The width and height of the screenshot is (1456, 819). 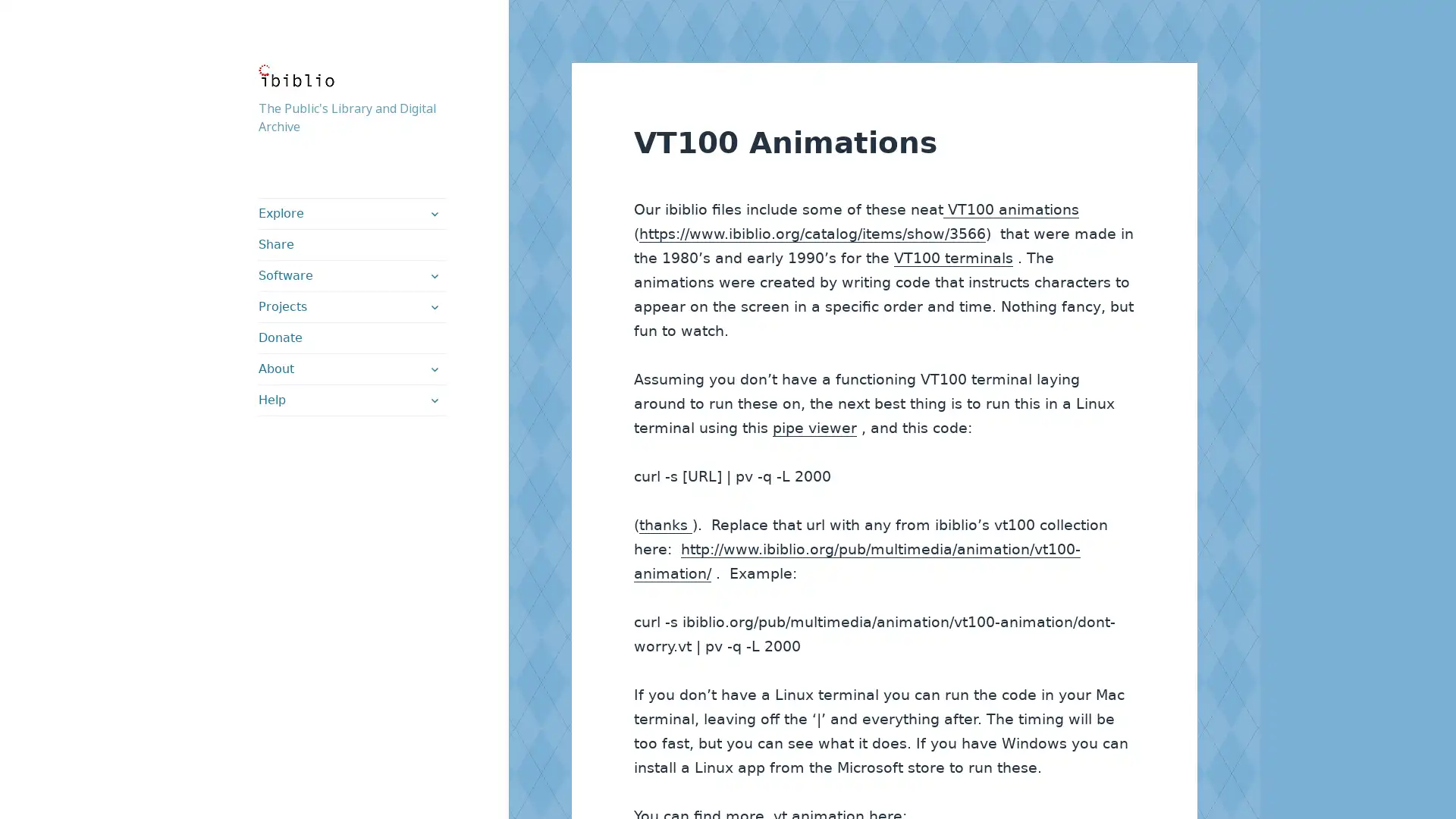 I want to click on expand child menu, so click(x=432, y=275).